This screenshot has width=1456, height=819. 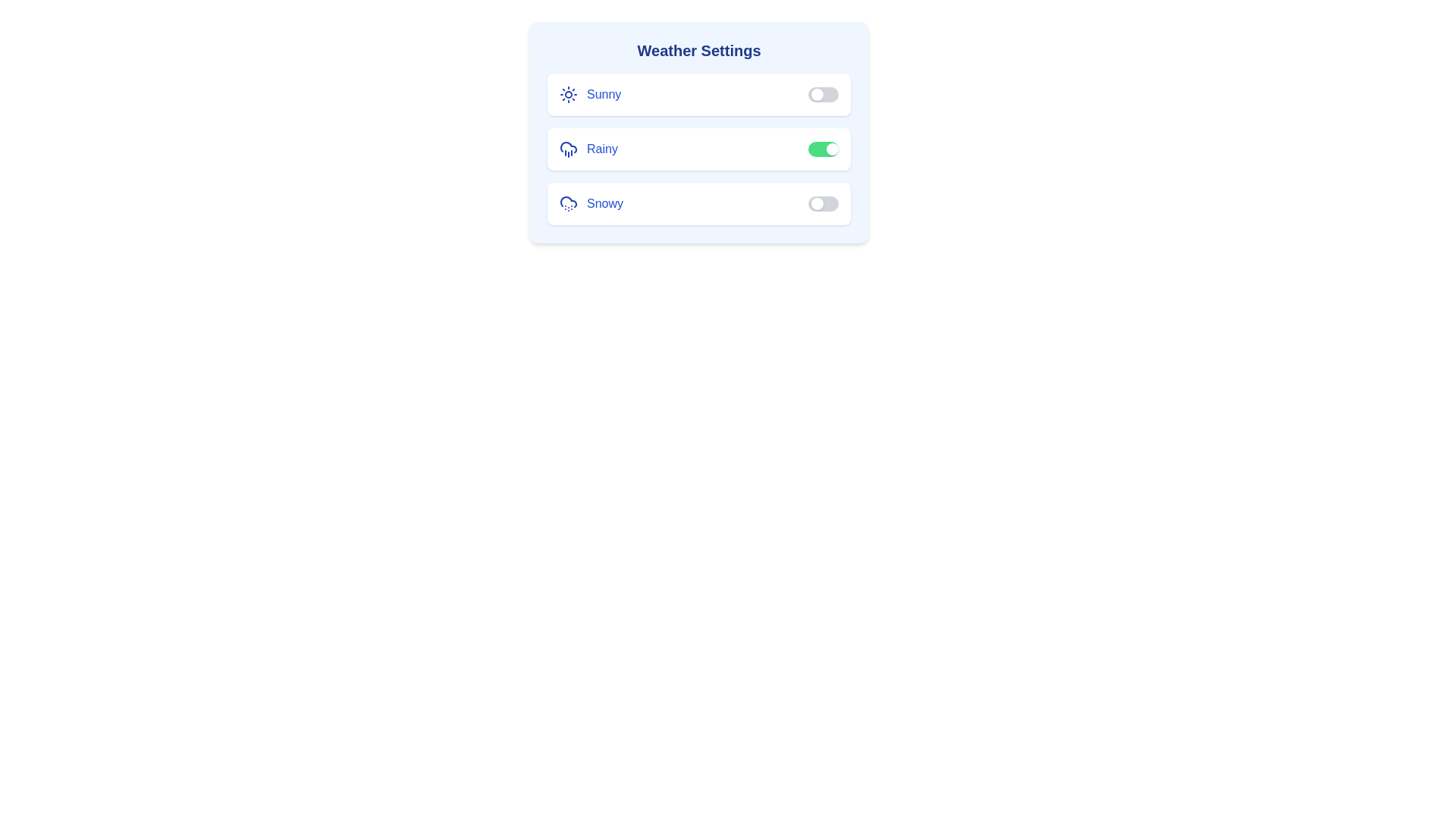 I want to click on the text label displaying 'Snowy' in a blue font located in the 'Weather Settings' section, positioned to the right of the cloud icon and left of a toggle switch, so click(x=604, y=203).